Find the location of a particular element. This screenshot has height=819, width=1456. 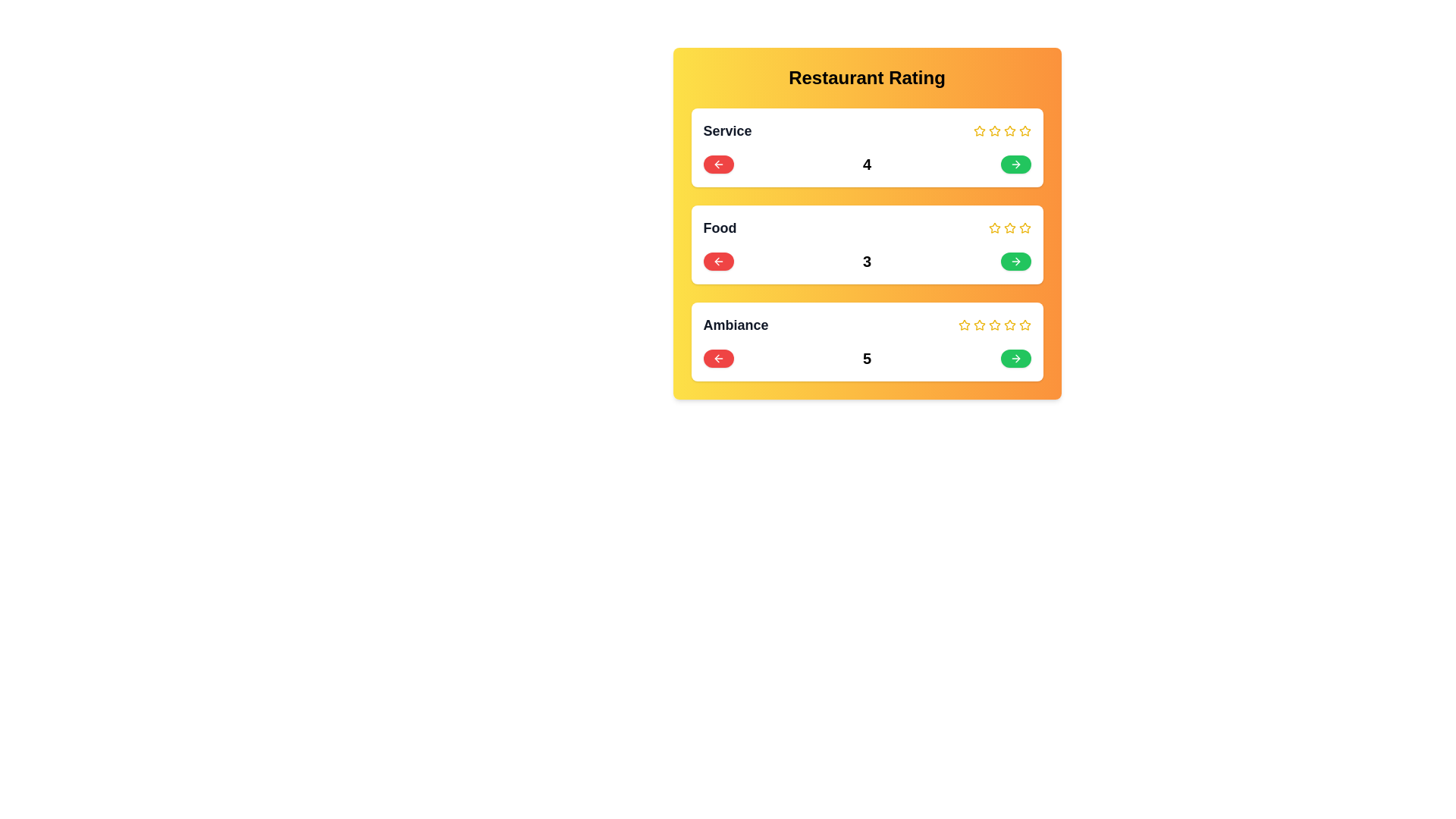

the rectangular section titled 'Service' with a white background, rounded edges, and slight shadow, which contains a red circular button with a left-pointing arrow, a green circular button with a right-pointing arrow, and a centered black numerical value '4' is located at coordinates (867, 148).